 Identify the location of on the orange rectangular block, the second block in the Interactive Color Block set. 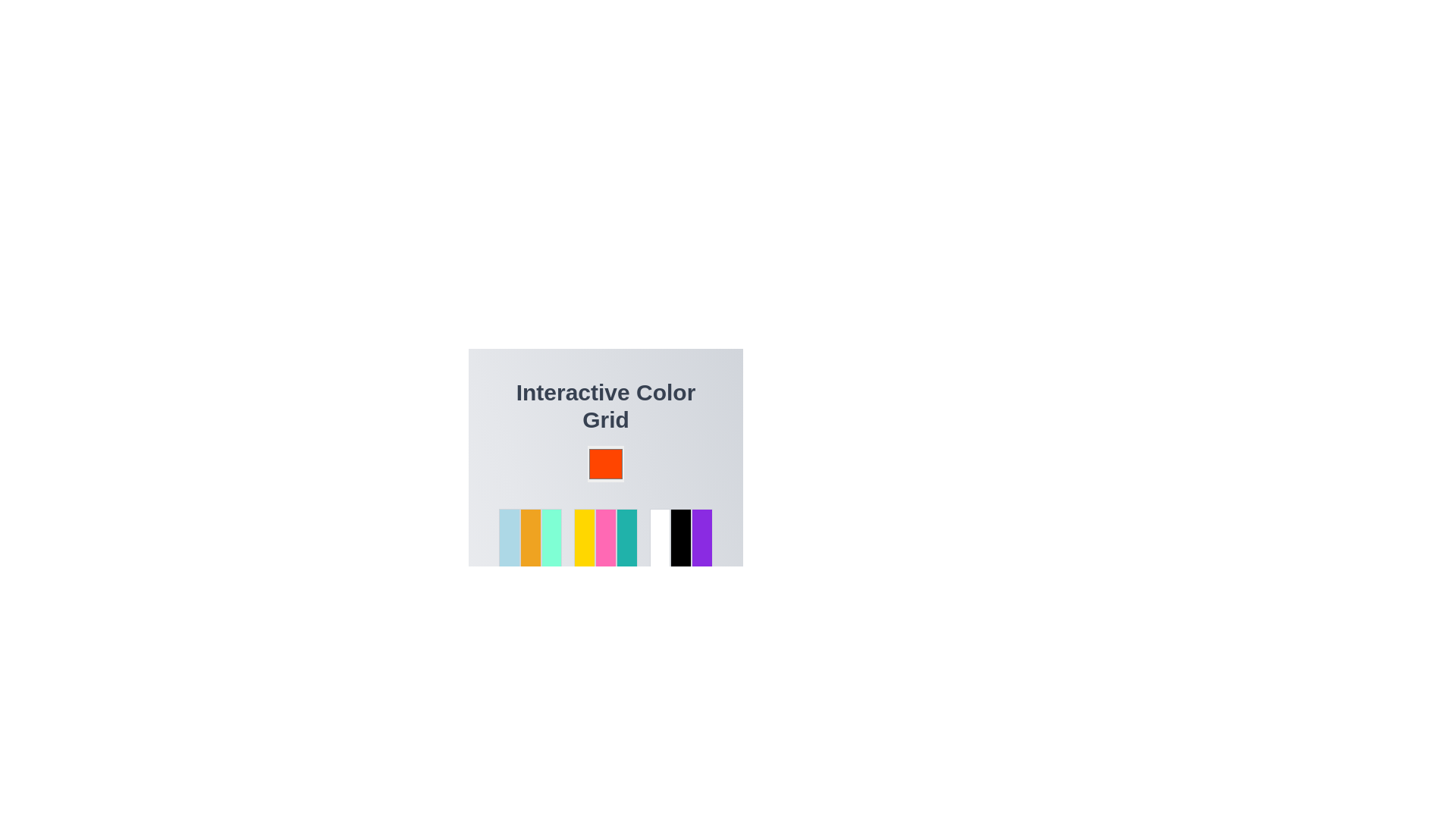
(530, 538).